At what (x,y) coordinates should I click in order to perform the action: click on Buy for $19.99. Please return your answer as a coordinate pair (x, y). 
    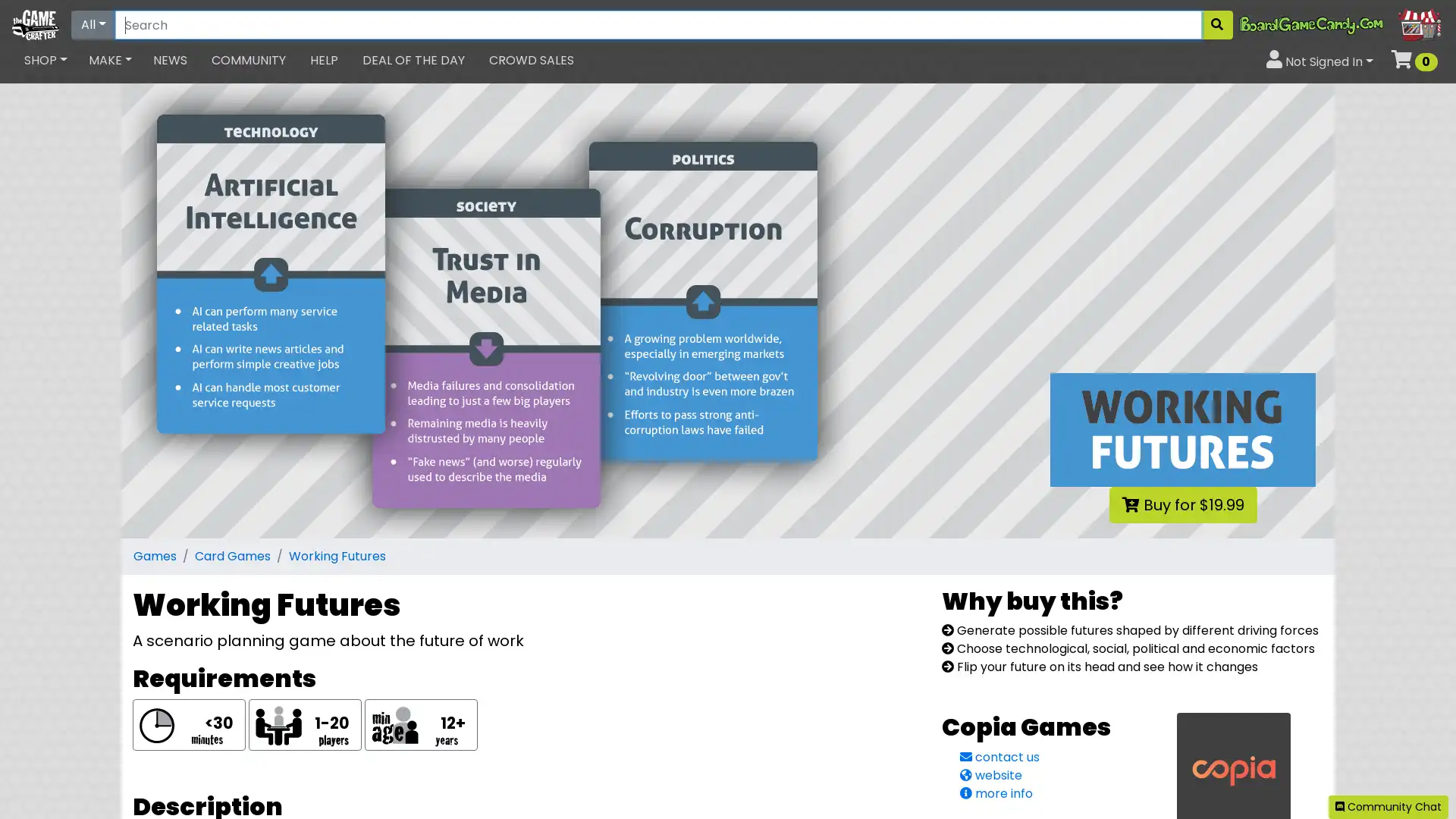
    Looking at the image, I should click on (1181, 505).